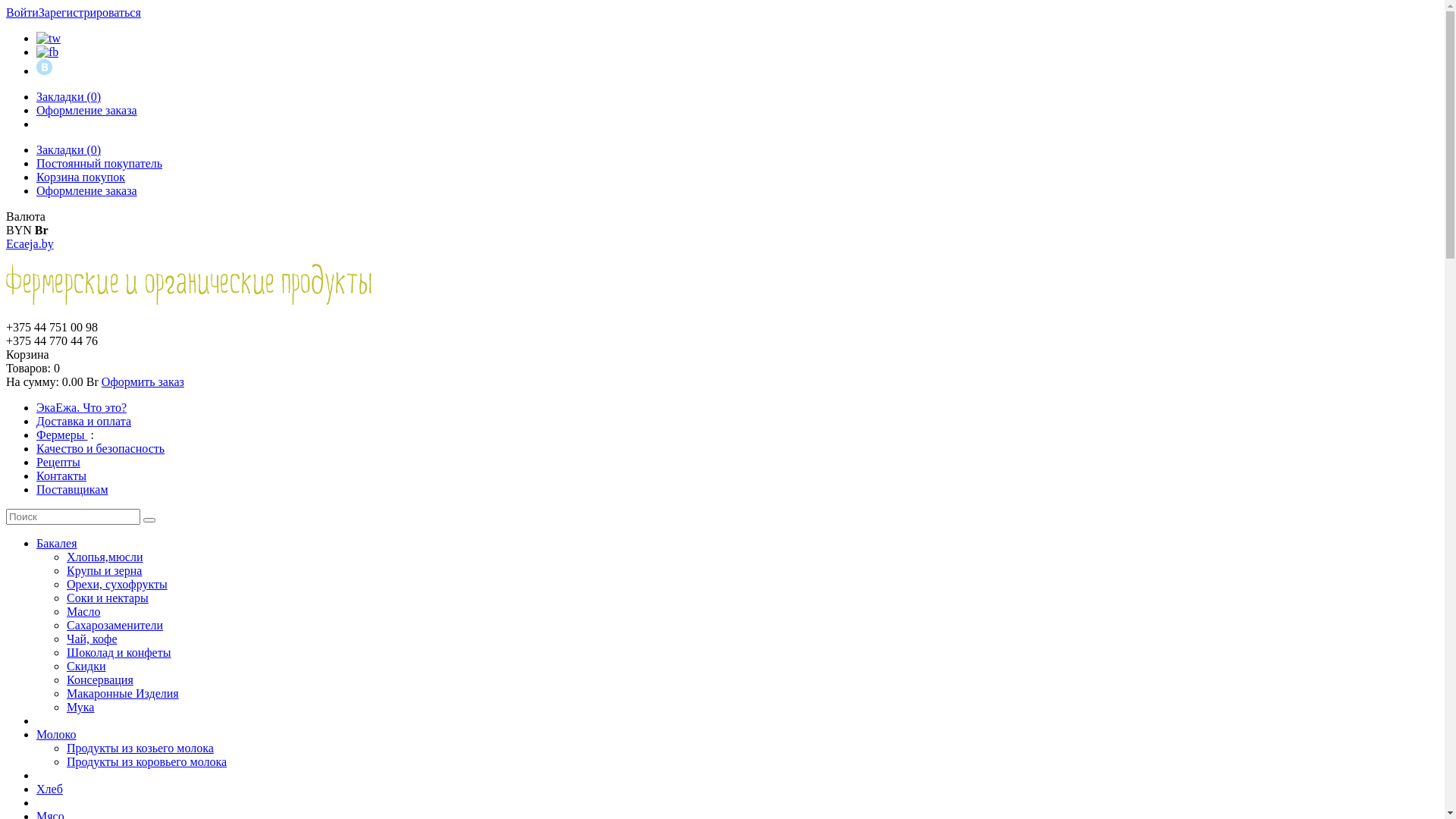 This screenshot has height=819, width=1456. What do you see at coordinates (6, 243) in the screenshot?
I see `'Ecaeja.by'` at bounding box center [6, 243].